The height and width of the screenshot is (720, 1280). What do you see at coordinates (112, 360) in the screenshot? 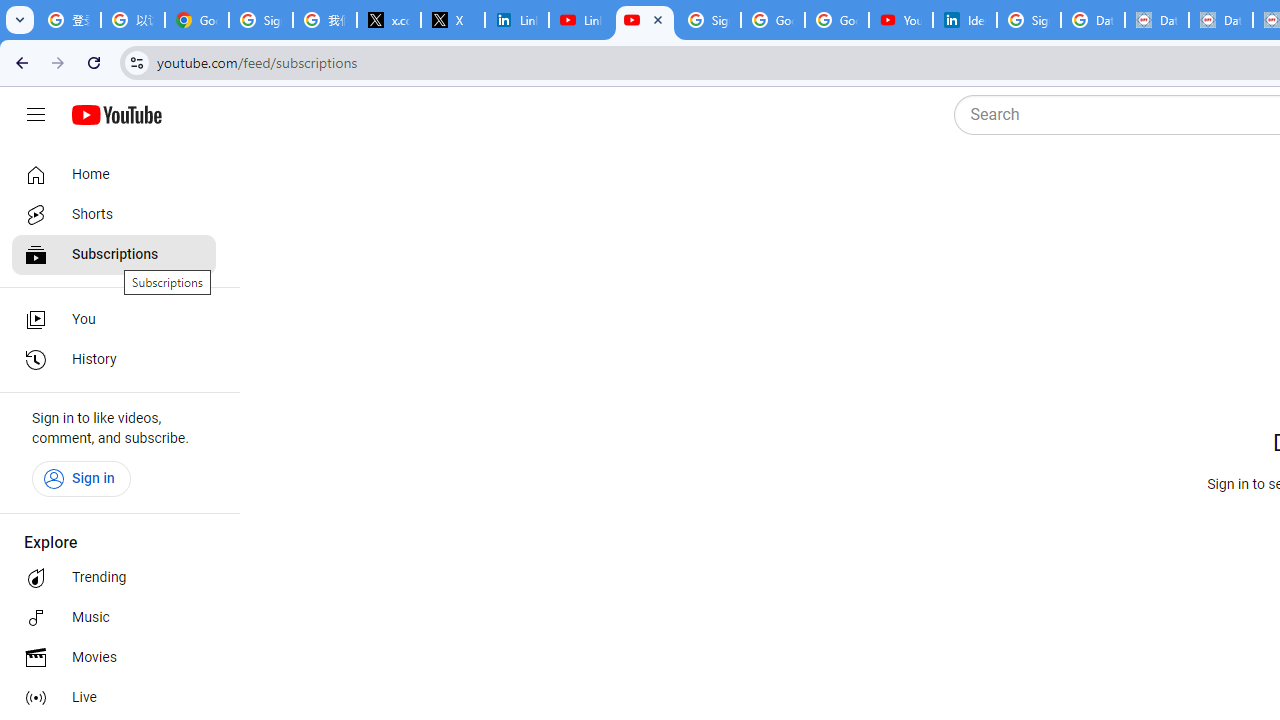
I see `'History'` at bounding box center [112, 360].